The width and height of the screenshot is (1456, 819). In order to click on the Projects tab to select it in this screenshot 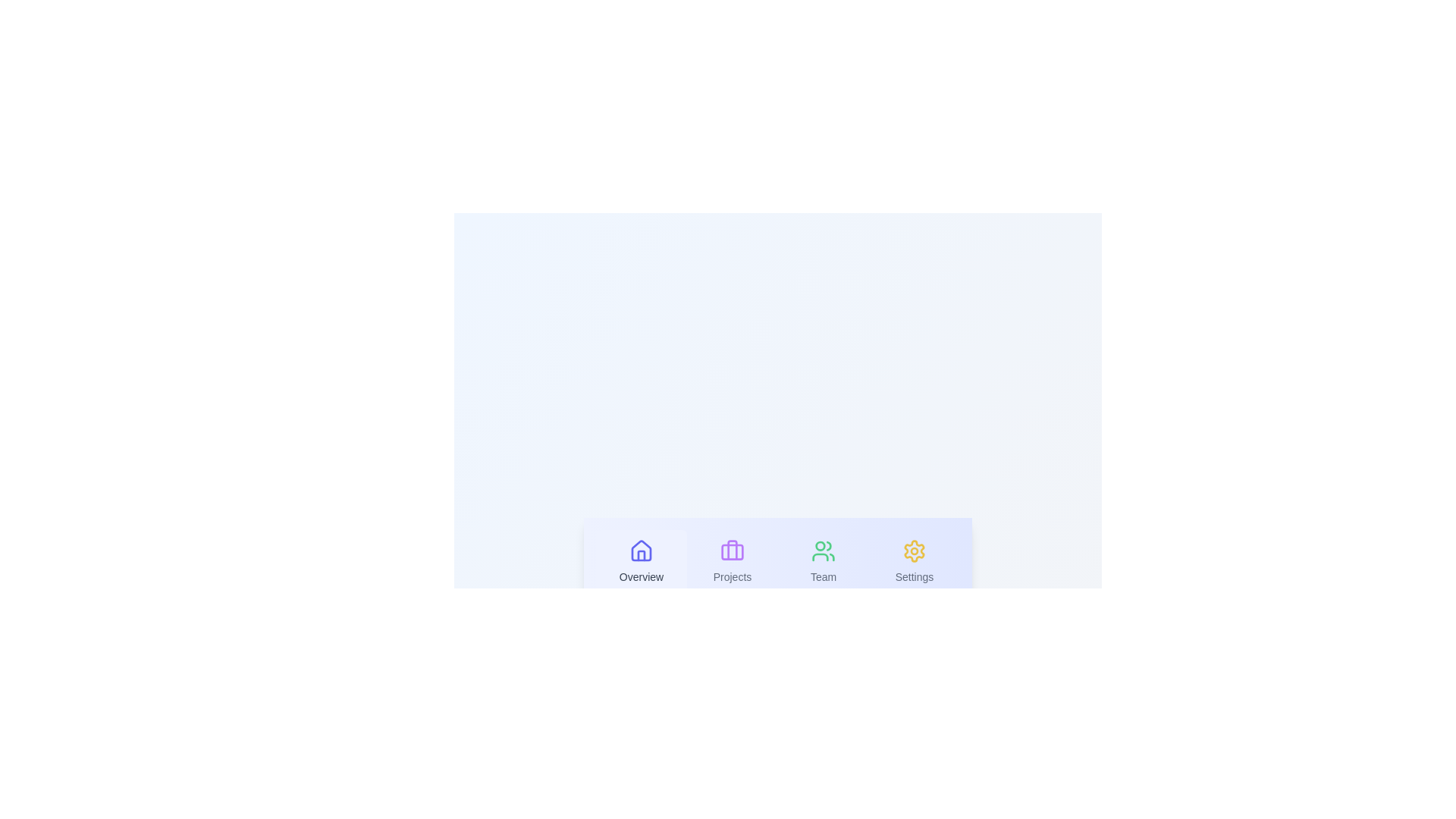, I will do `click(732, 563)`.